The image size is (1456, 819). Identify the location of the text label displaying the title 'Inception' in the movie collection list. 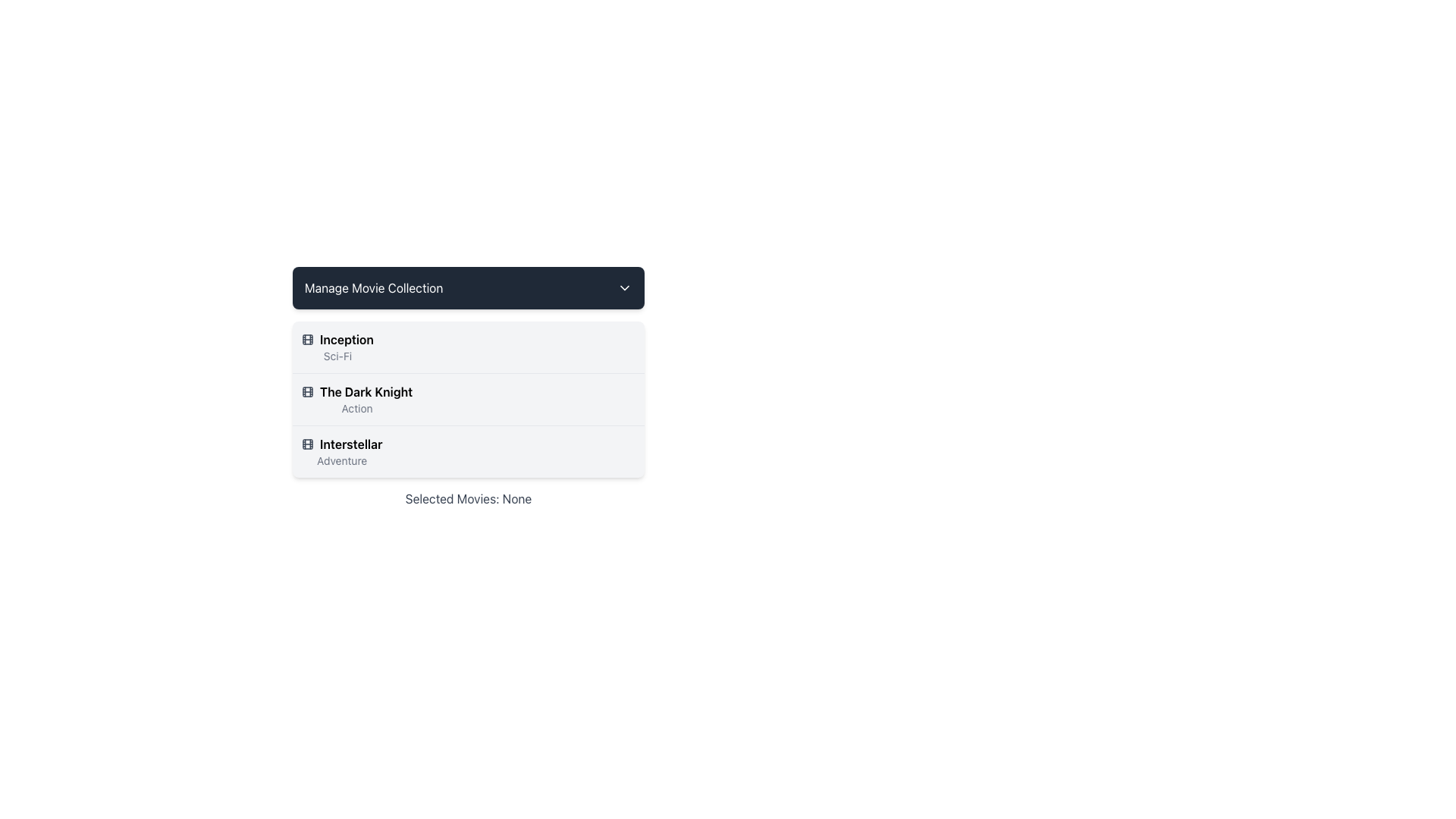
(337, 338).